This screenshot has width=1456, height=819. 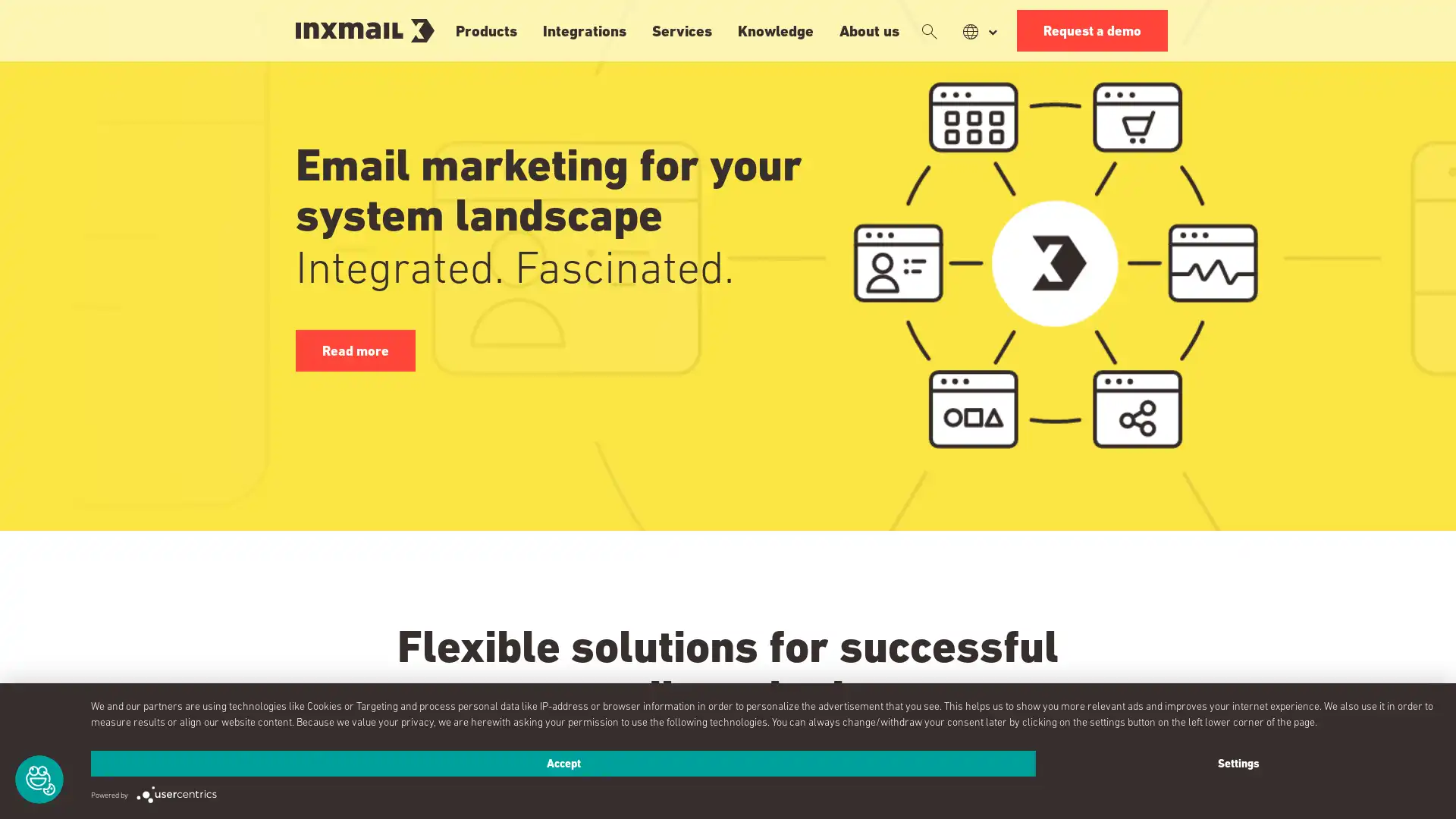 What do you see at coordinates (563, 763) in the screenshot?
I see `Accept` at bounding box center [563, 763].